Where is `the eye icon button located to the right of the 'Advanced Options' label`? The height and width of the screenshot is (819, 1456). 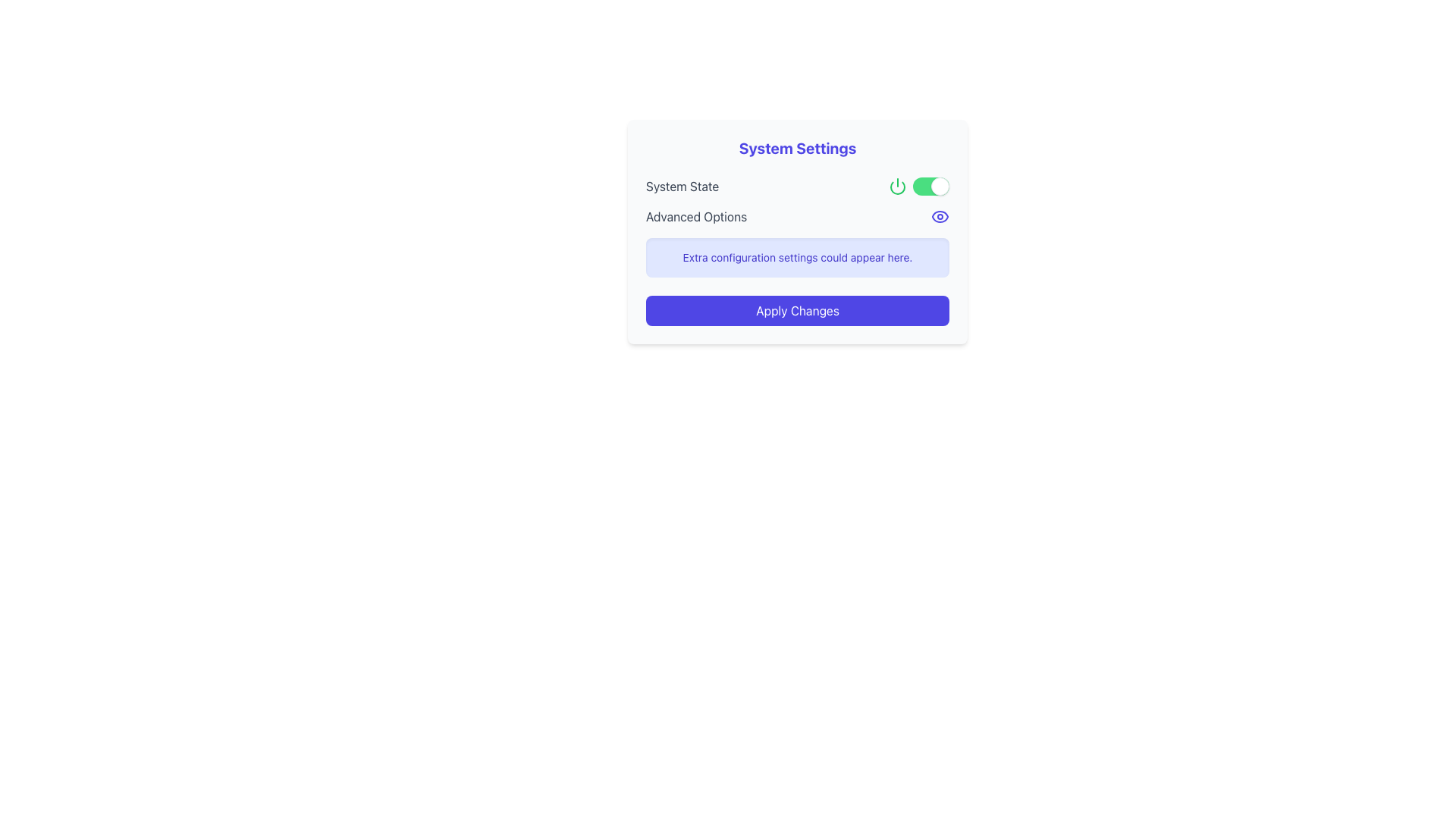 the eye icon button located to the right of the 'Advanced Options' label is located at coordinates (939, 216).